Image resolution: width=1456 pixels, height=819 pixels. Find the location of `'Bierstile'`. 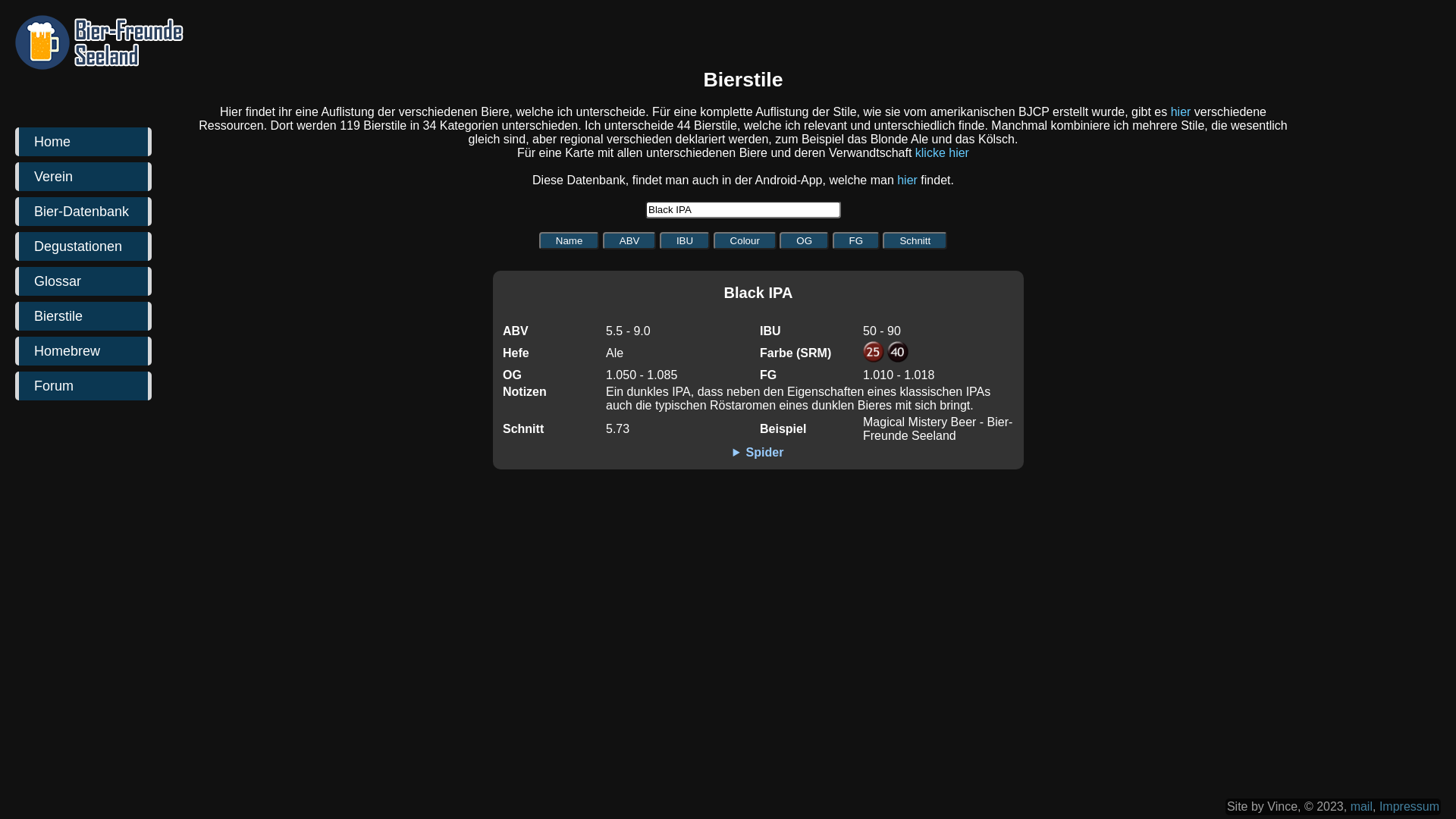

'Bierstile' is located at coordinates (83, 315).